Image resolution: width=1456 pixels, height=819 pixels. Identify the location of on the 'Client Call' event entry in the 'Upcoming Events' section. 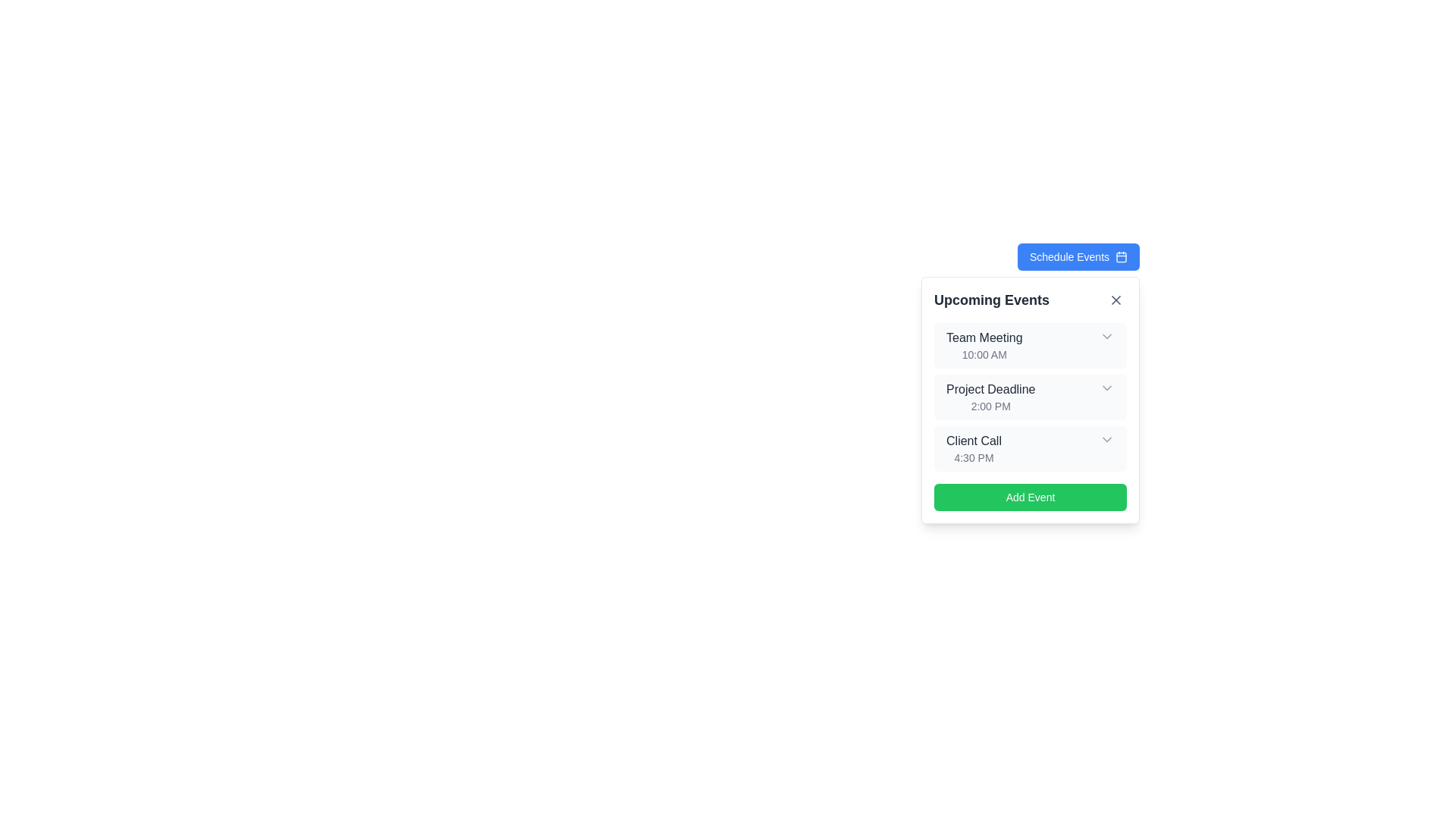
(973, 447).